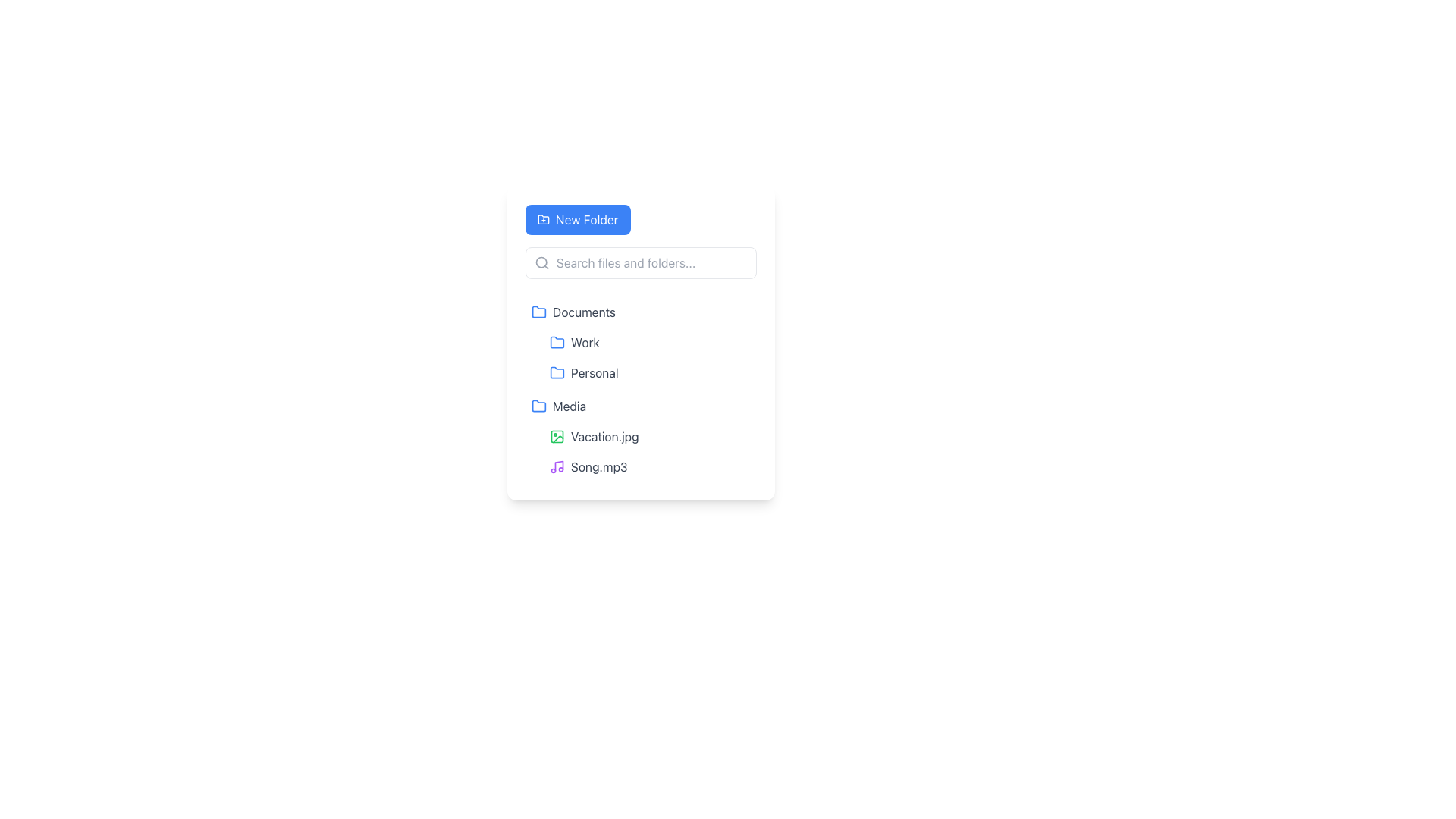 Image resolution: width=1456 pixels, height=819 pixels. What do you see at coordinates (650, 436) in the screenshot?
I see `on the list item representing the media file 'Vacation.jpg' located in the 'Media' group, positioned directly beneath 'Documents'` at bounding box center [650, 436].